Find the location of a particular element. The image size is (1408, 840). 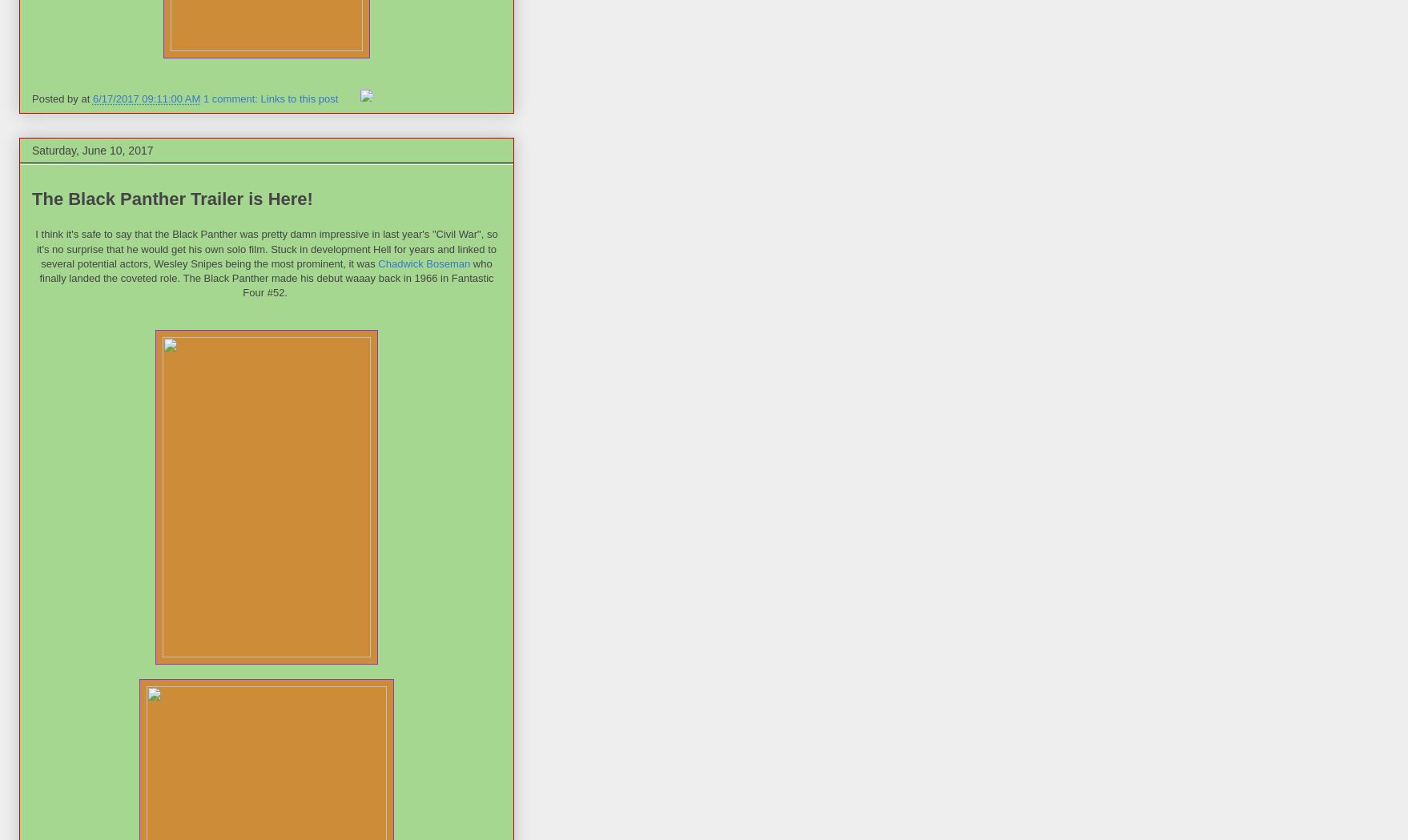

'6/17/2017 09:11:00 AM' is located at coordinates (145, 98).